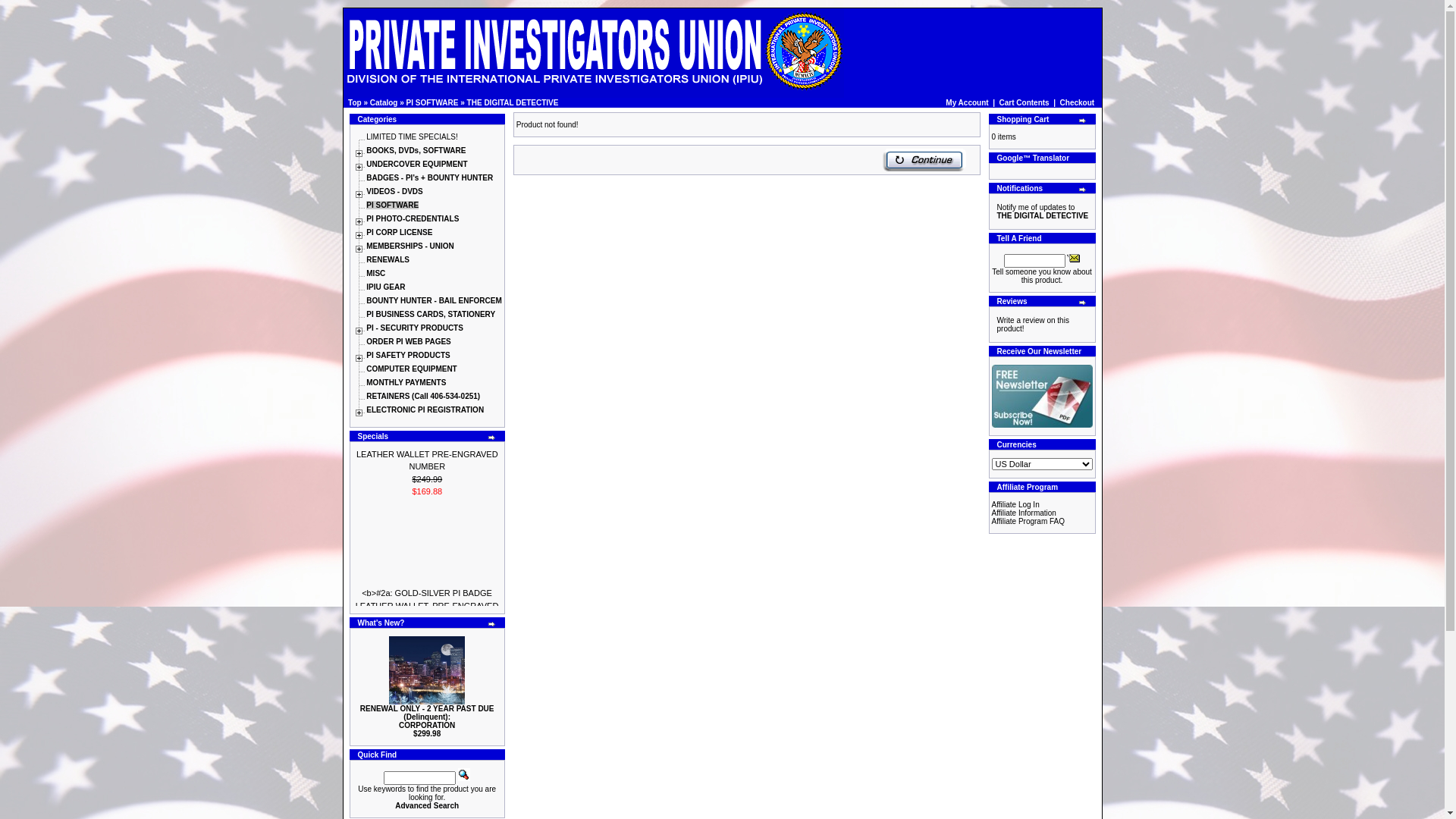  I want to click on 'PI PHOTO-CREDENTIALS', so click(412, 218).